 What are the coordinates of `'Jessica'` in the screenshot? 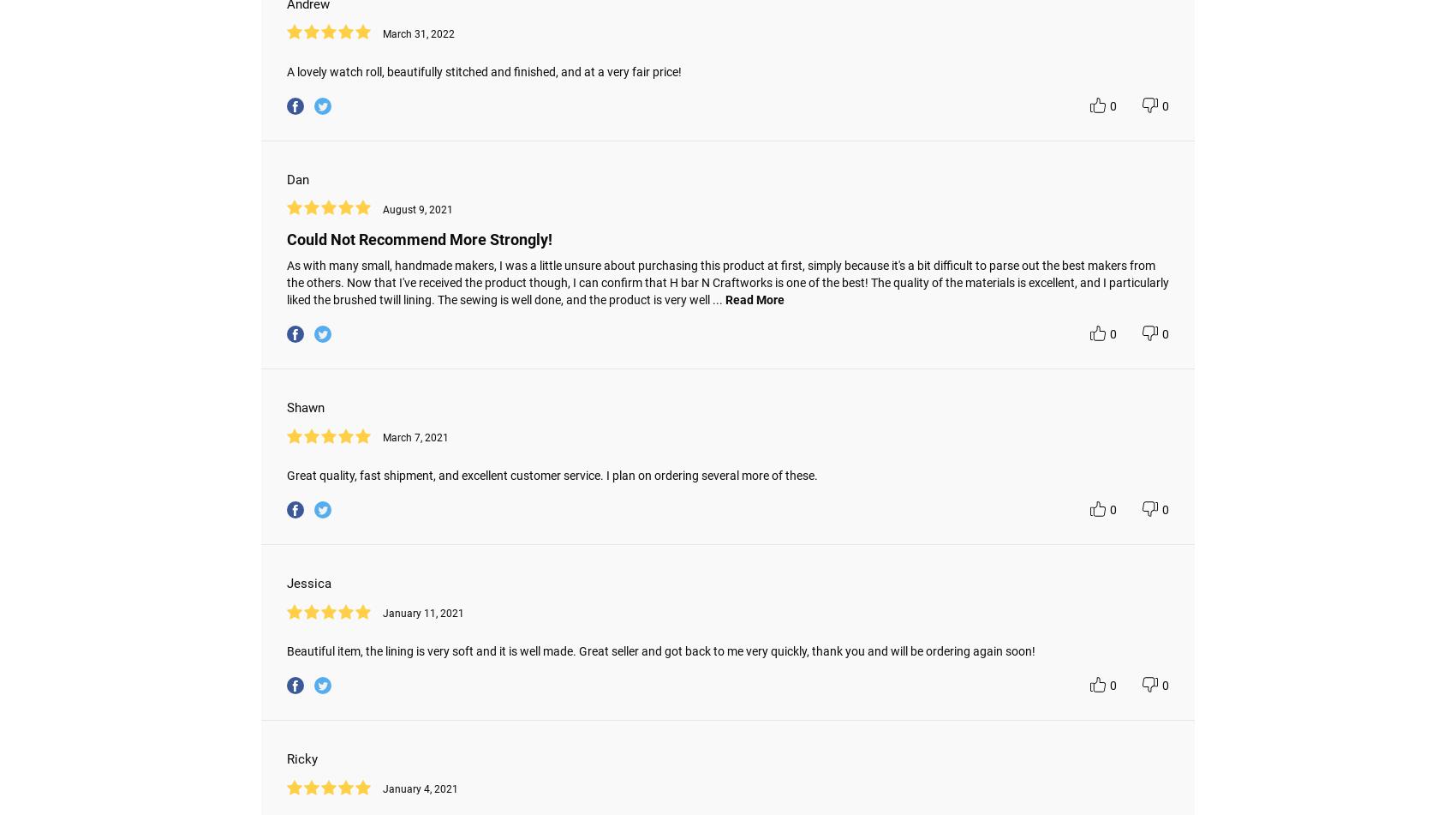 It's located at (308, 583).